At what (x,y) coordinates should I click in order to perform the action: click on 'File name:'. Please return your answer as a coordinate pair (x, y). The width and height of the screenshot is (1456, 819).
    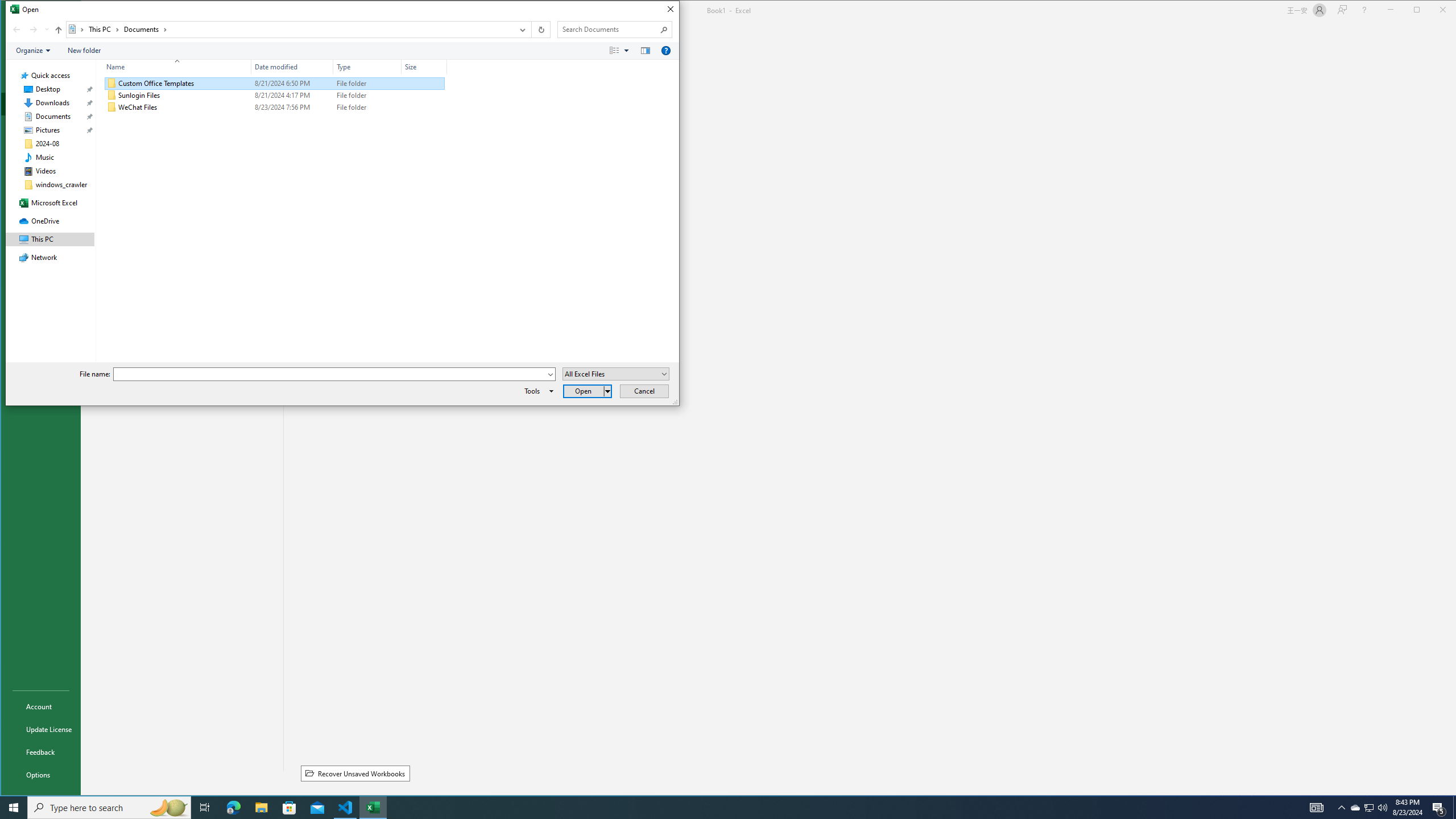
    Looking at the image, I should click on (334, 374).